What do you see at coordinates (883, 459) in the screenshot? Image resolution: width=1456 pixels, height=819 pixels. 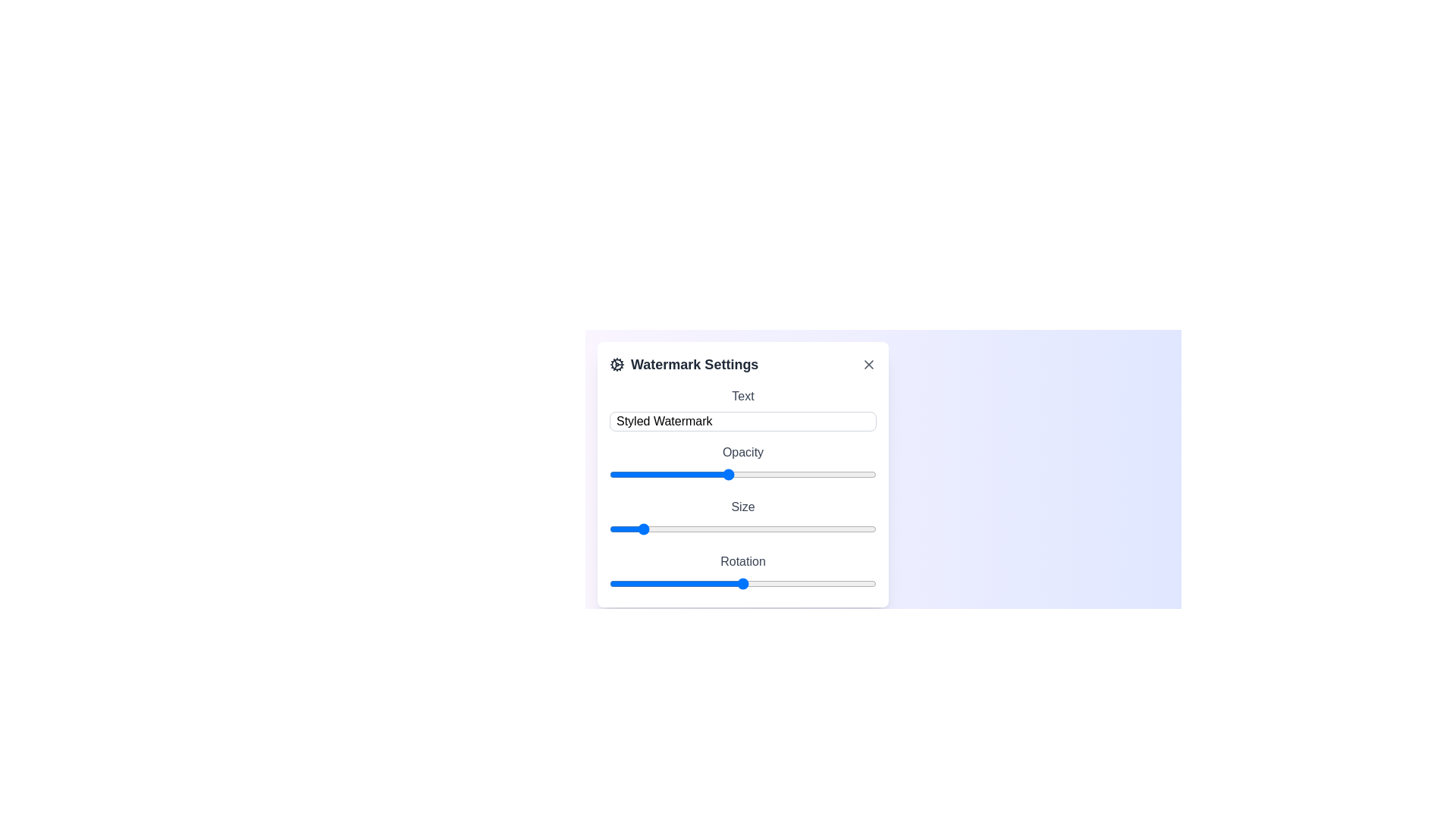 I see `within the Settings Panel to interact with its sub-elements for managing the watermark's properties` at bounding box center [883, 459].